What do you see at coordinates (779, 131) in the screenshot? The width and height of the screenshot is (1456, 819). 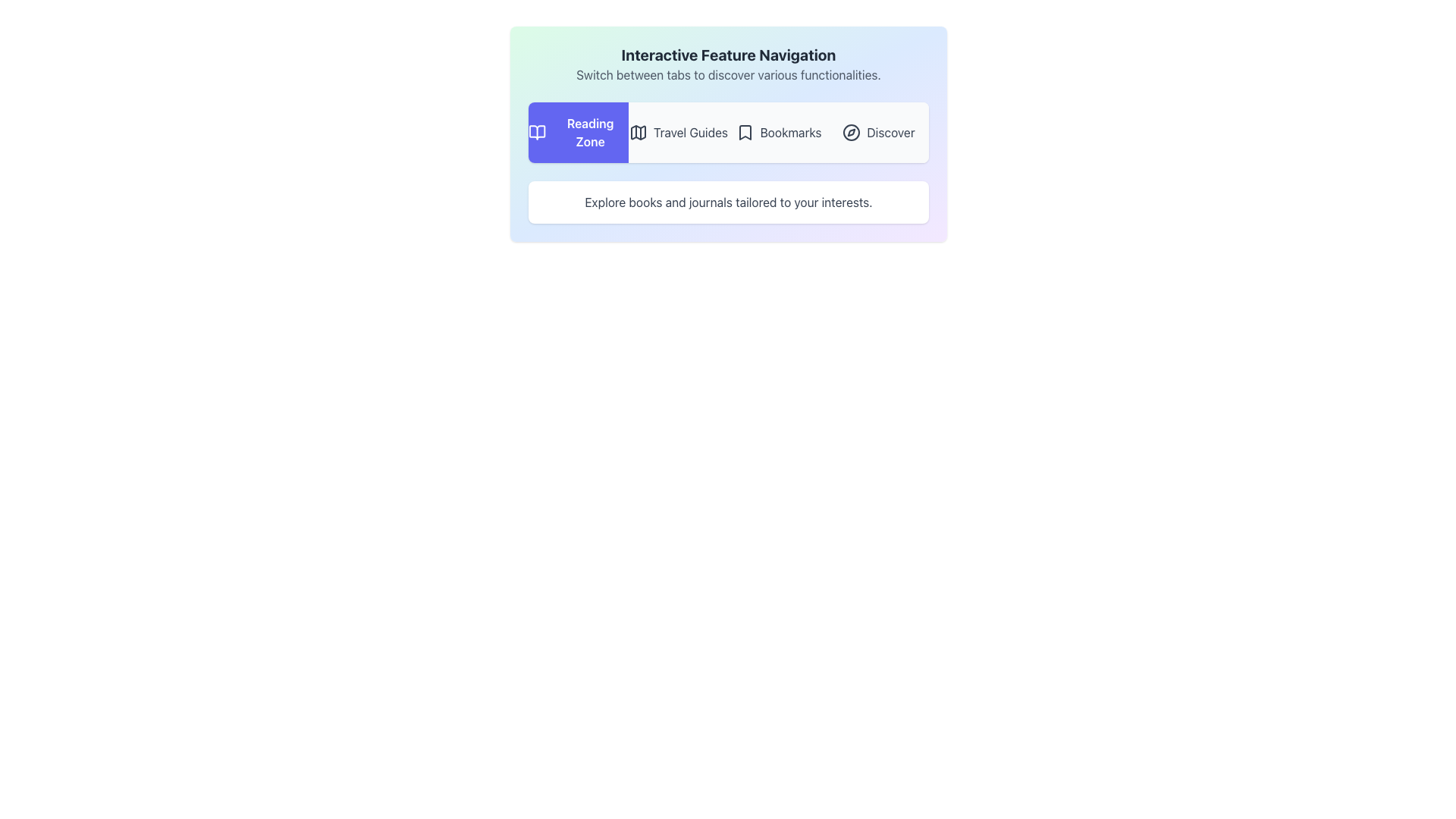 I see `the 'Bookmarks' button located in the third position of the horizontal navigation bar` at bounding box center [779, 131].